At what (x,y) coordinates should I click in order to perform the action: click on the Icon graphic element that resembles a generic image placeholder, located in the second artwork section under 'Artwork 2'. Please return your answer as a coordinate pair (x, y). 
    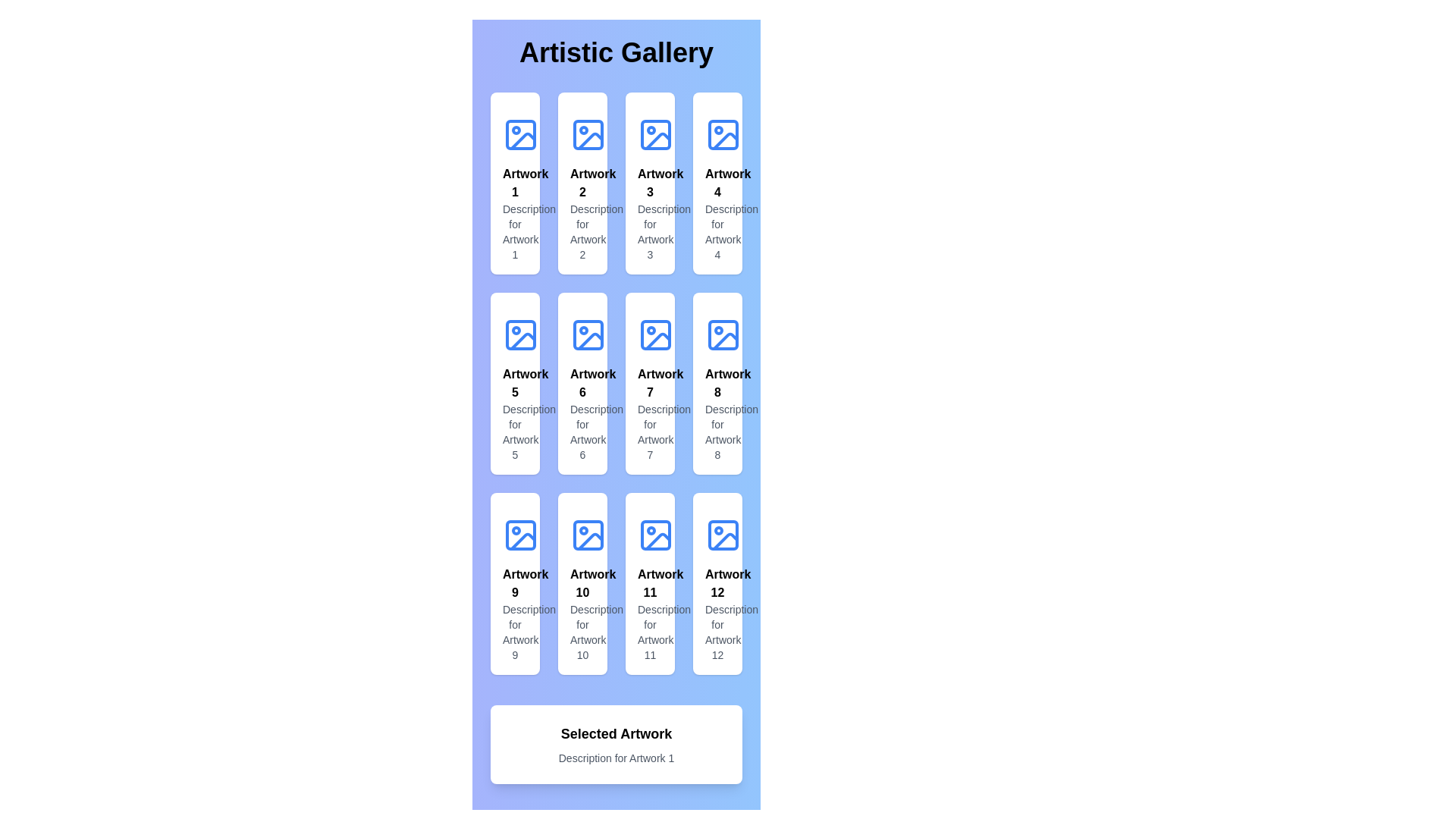
    Looking at the image, I should click on (588, 133).